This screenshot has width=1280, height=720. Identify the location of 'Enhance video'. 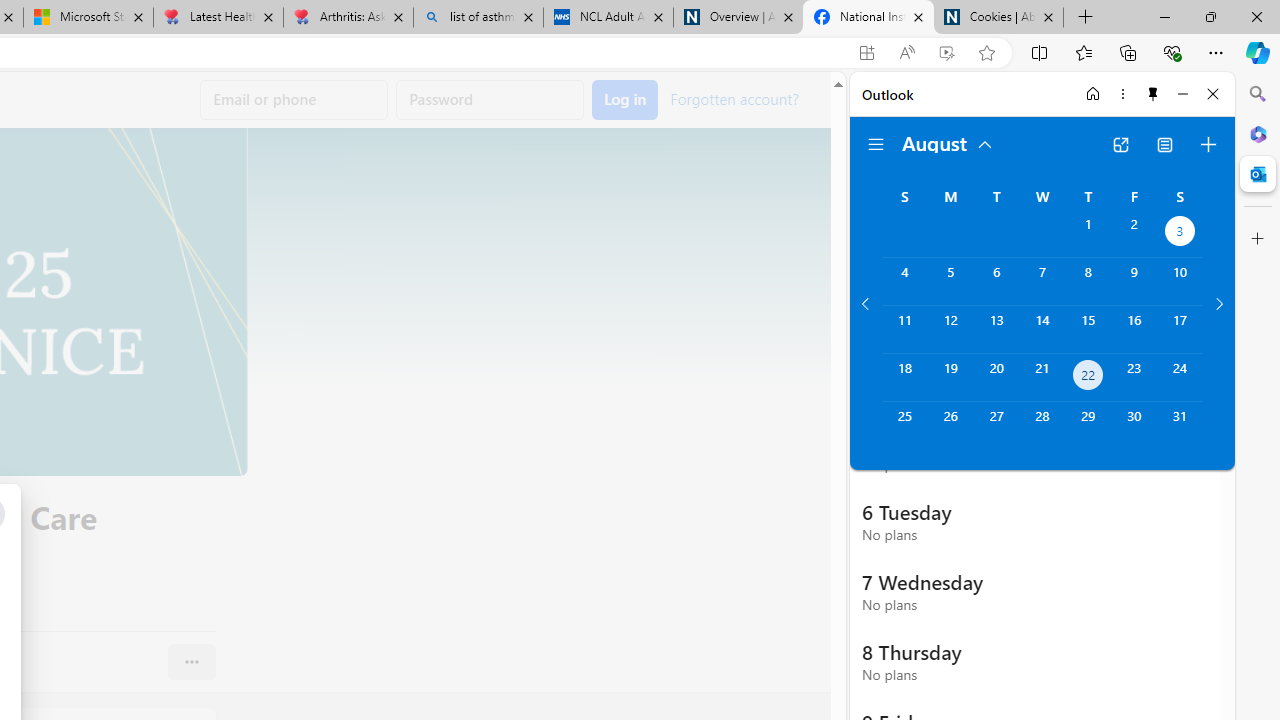
(945, 52).